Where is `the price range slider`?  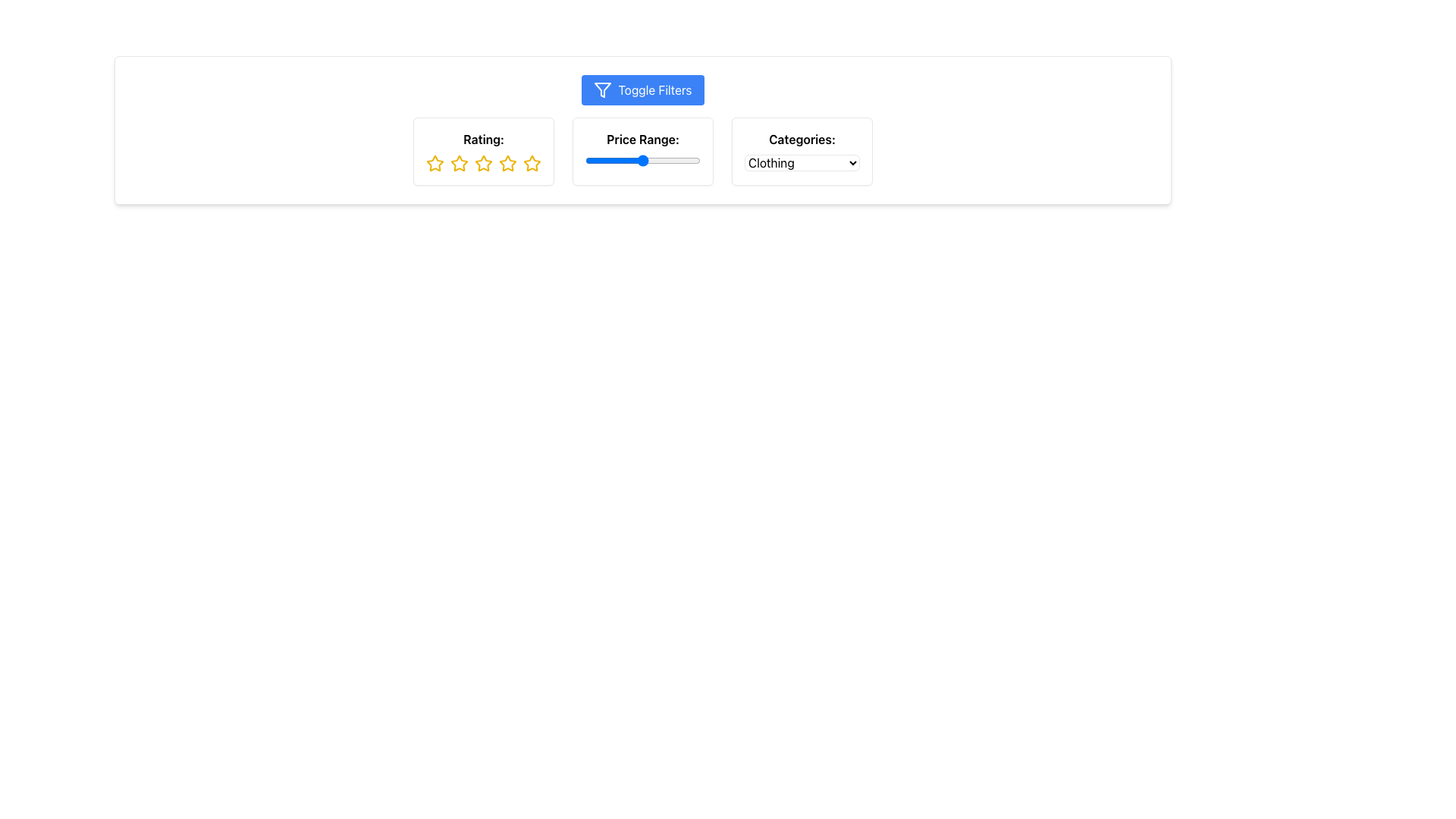
the price range slider is located at coordinates (635, 161).